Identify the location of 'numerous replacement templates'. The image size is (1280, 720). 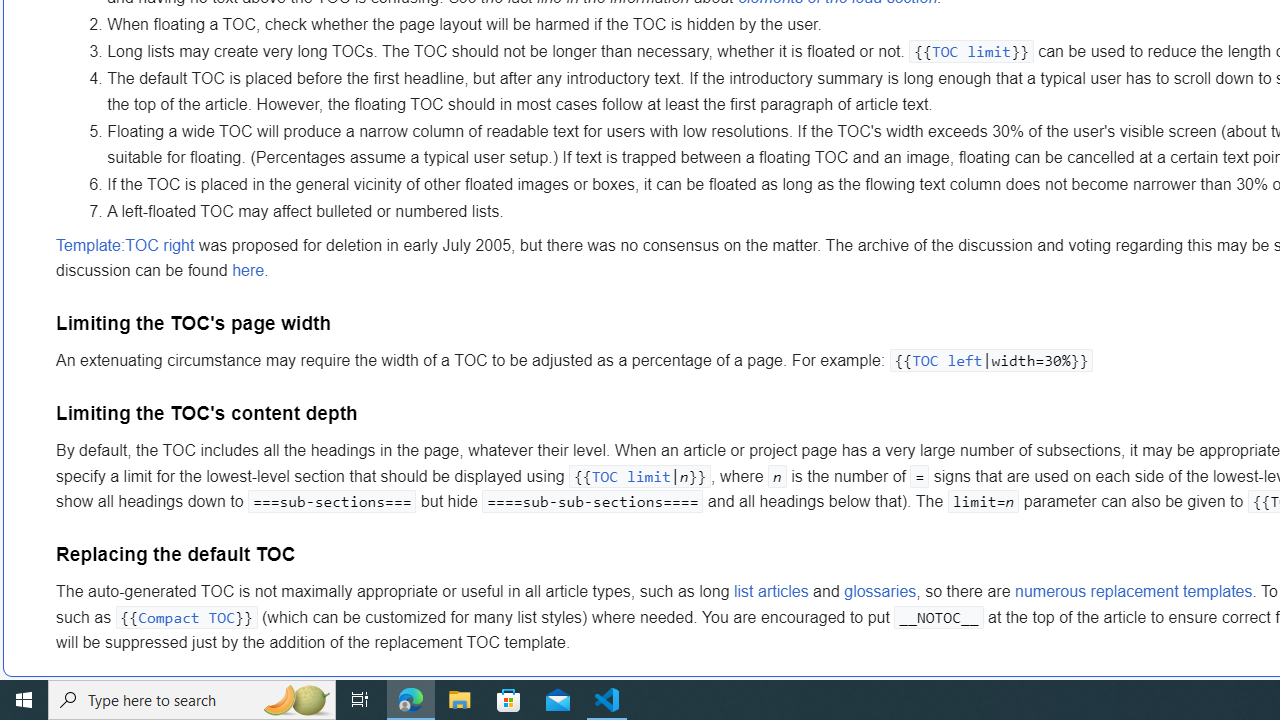
(1134, 591).